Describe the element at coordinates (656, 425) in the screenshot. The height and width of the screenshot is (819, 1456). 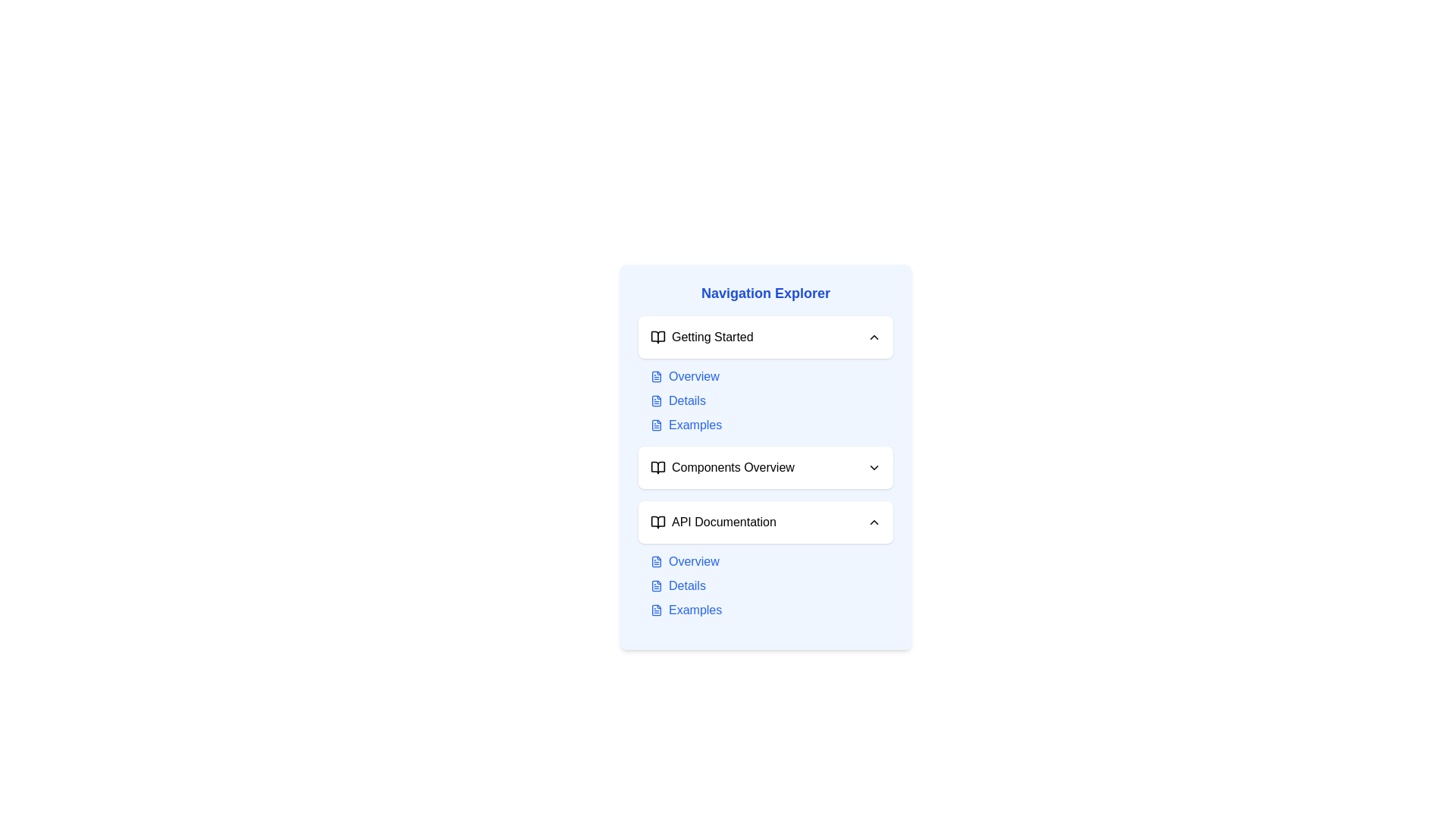
I see `the 'Examples' icon in the navigation menu` at that location.